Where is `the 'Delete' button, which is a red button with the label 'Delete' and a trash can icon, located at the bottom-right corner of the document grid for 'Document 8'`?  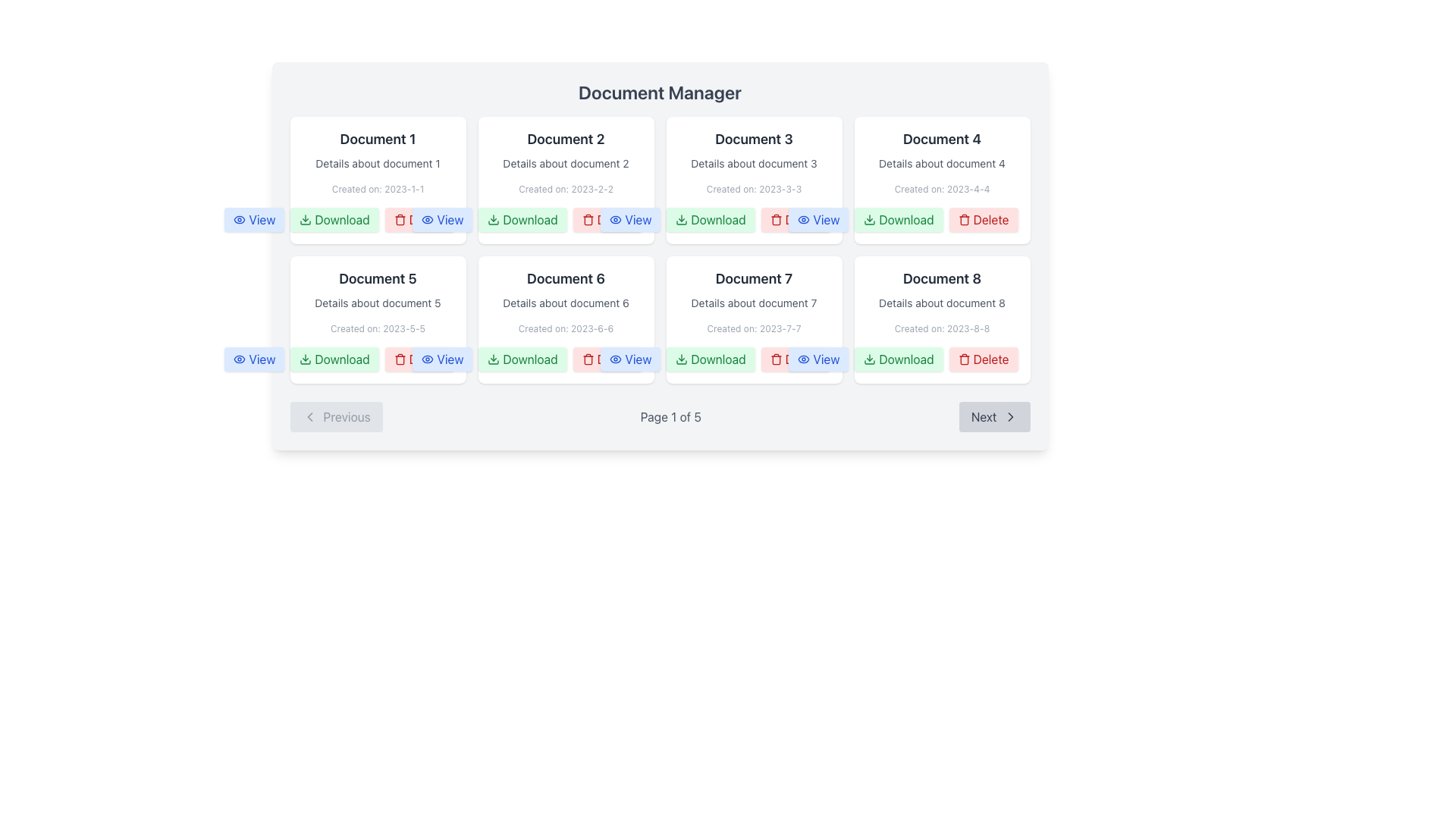 the 'Delete' button, which is a red button with the label 'Delete' and a trash can icon, located at the bottom-right corner of the document grid for 'Document 8' is located at coordinates (983, 359).